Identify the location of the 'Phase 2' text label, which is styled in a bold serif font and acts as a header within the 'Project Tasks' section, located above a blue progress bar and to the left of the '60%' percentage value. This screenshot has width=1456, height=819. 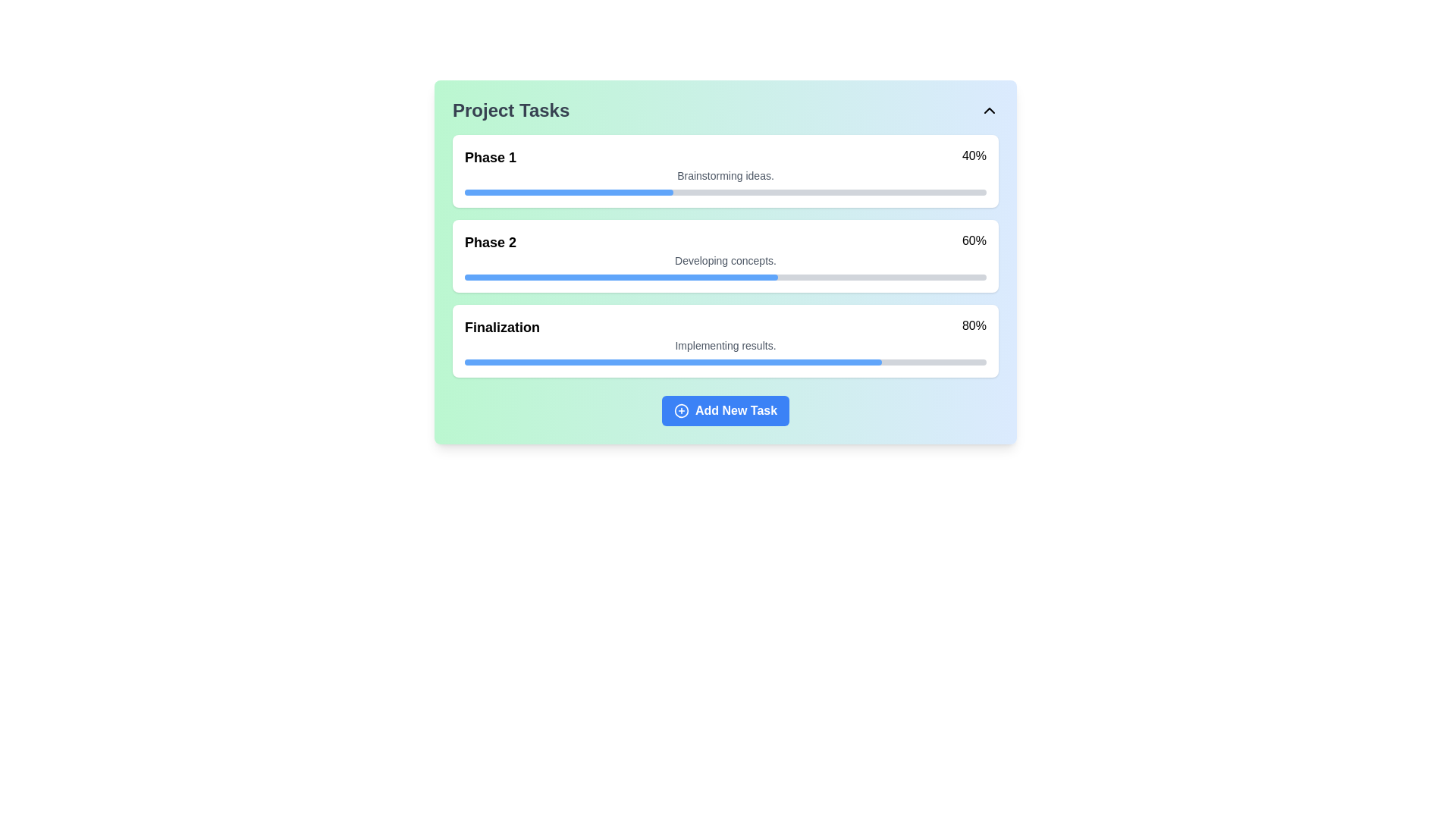
(491, 242).